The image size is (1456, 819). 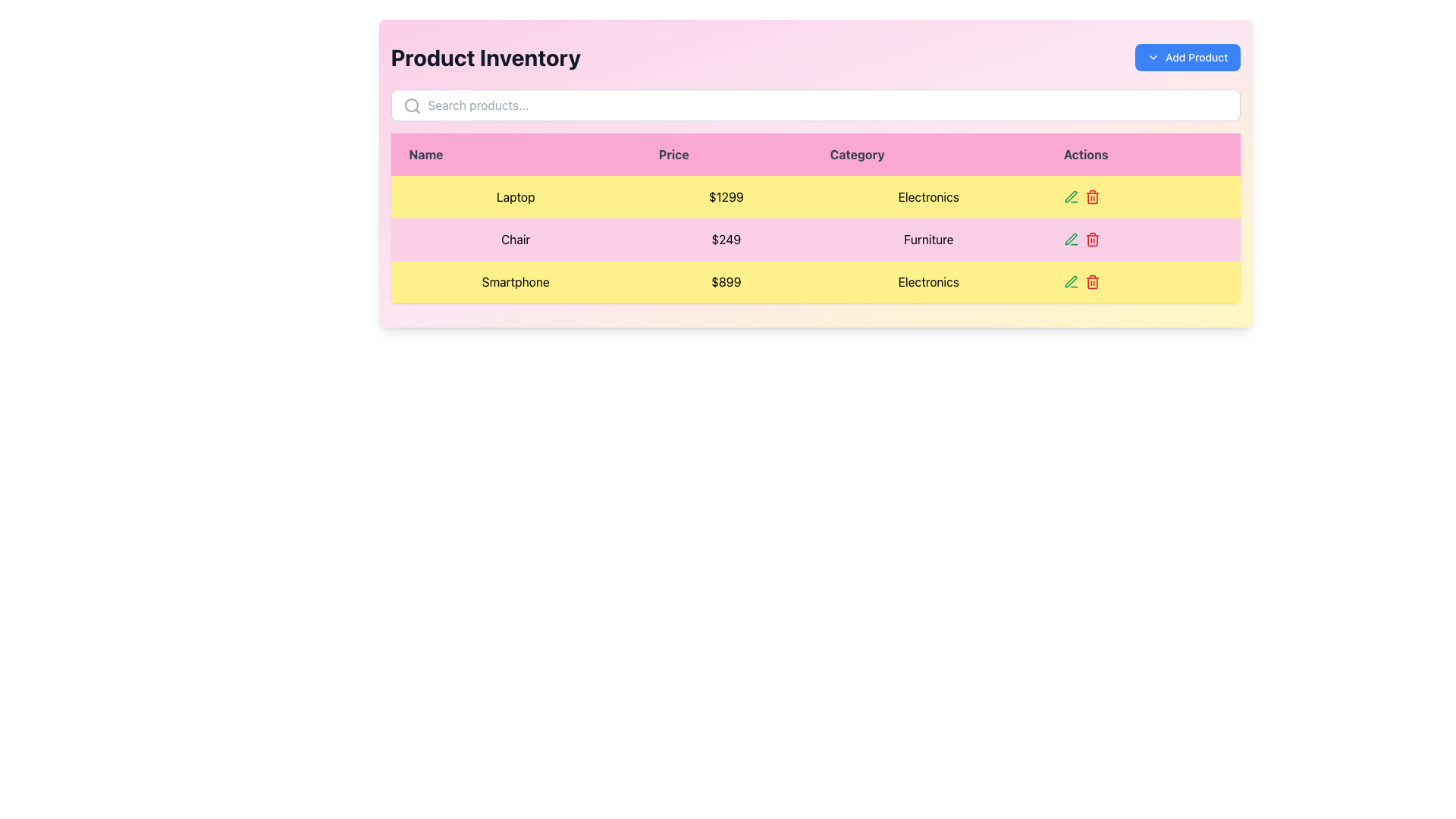 What do you see at coordinates (516, 281) in the screenshot?
I see `the Text Label displaying the product name 'Smartphone' located in the third row and first column of the product inventory table` at bounding box center [516, 281].